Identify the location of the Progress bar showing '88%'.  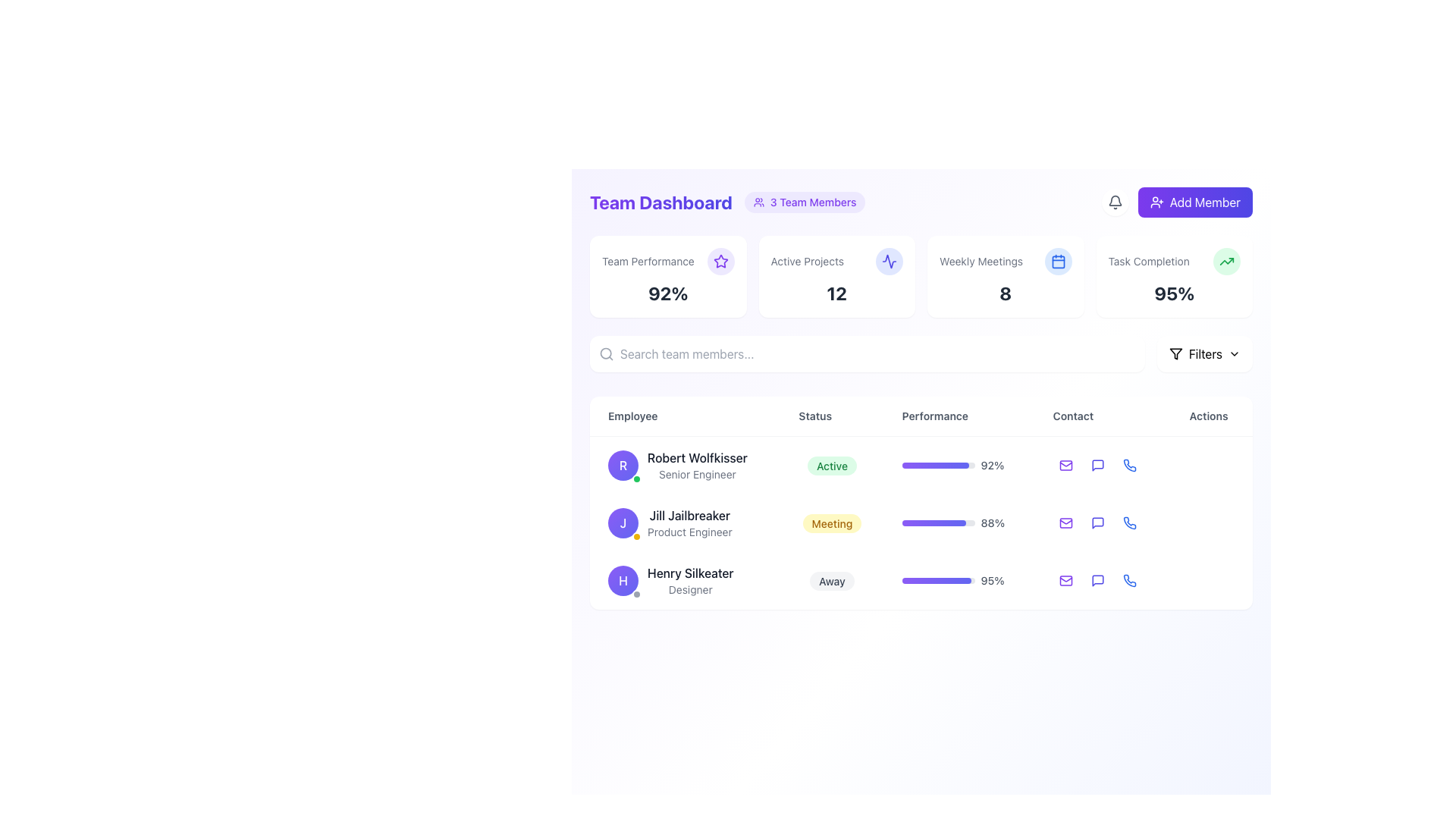
(959, 522).